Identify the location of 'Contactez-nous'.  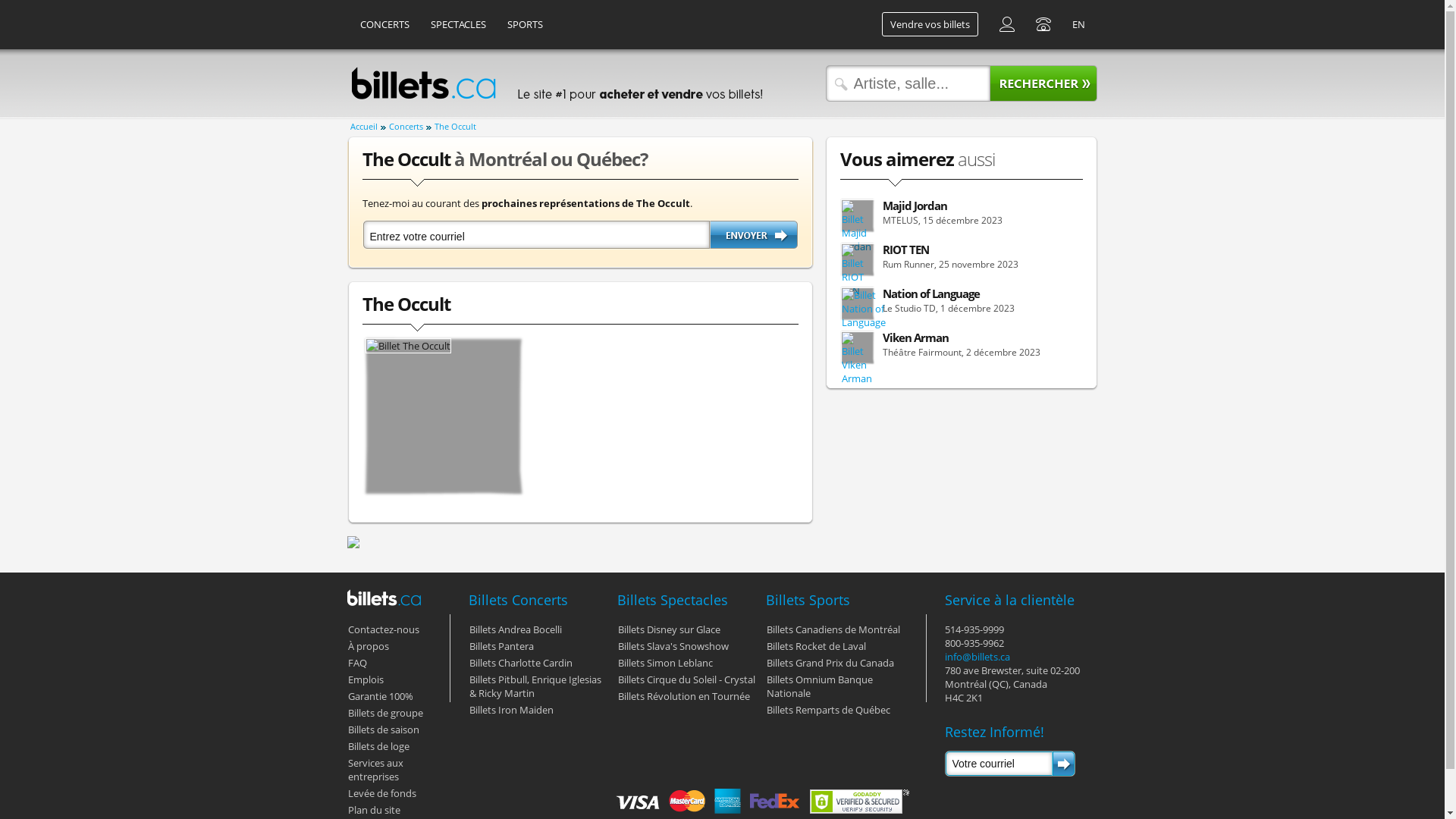
(382, 629).